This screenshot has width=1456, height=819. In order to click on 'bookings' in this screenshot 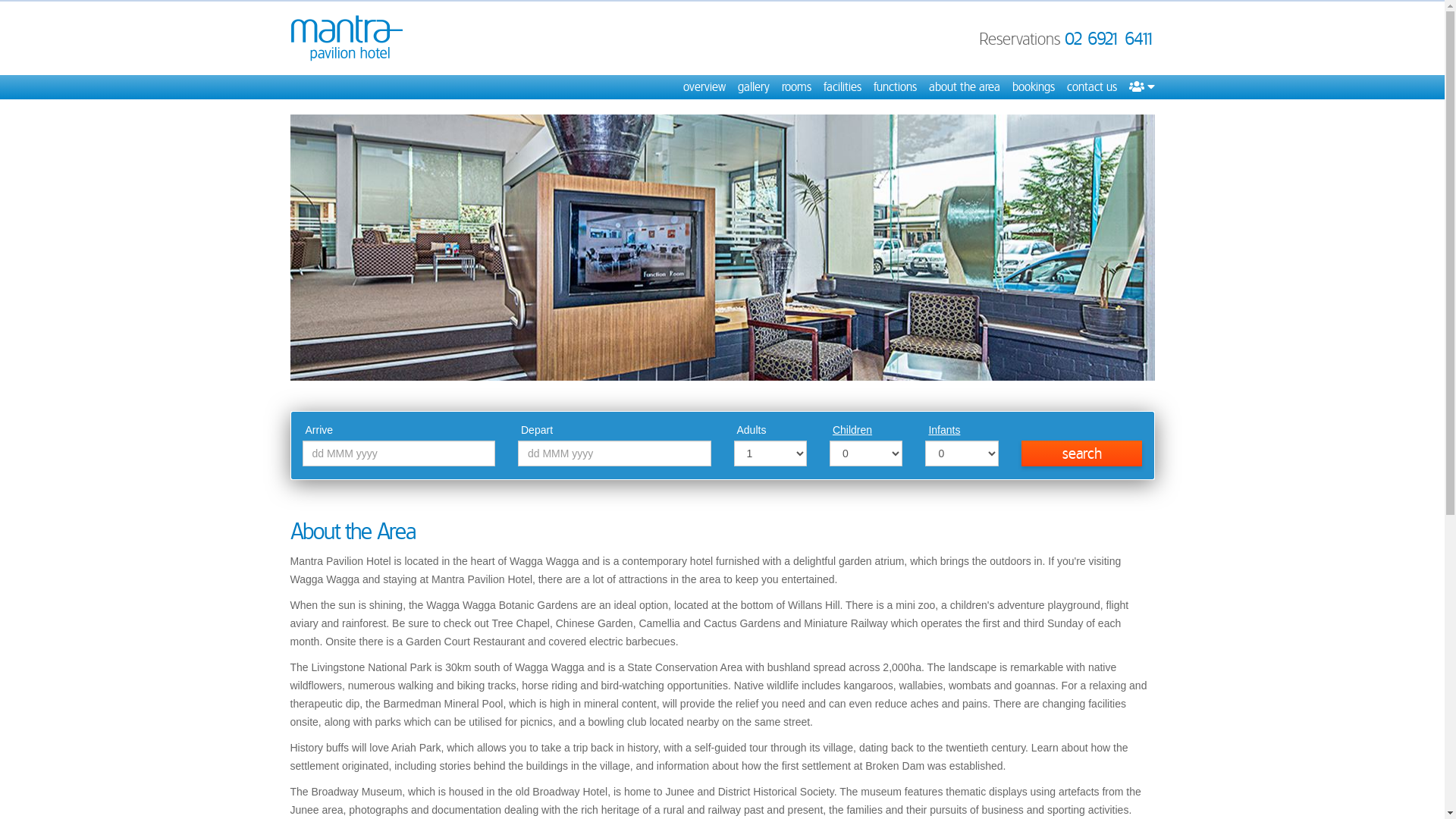, I will do `click(1012, 87)`.